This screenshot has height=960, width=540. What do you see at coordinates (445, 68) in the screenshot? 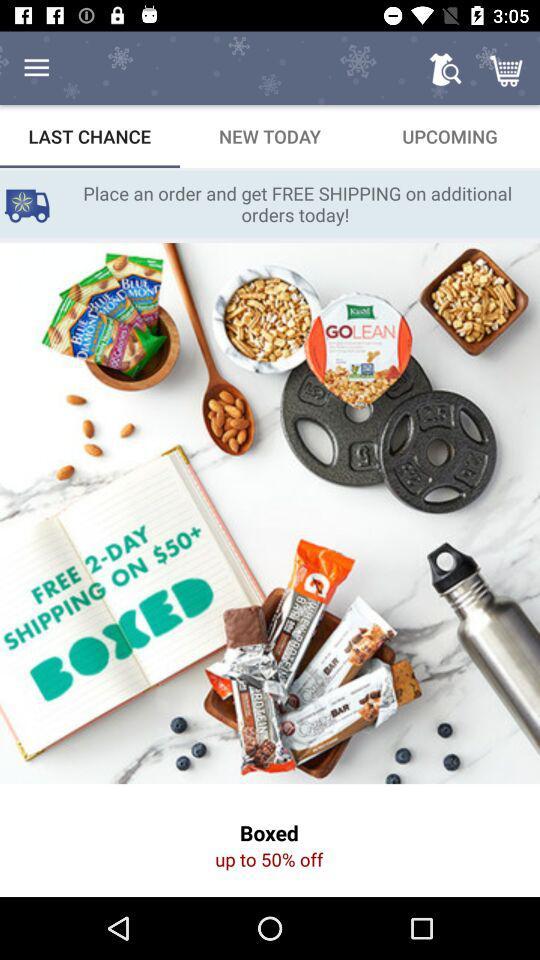
I see `the item above upcoming item` at bounding box center [445, 68].